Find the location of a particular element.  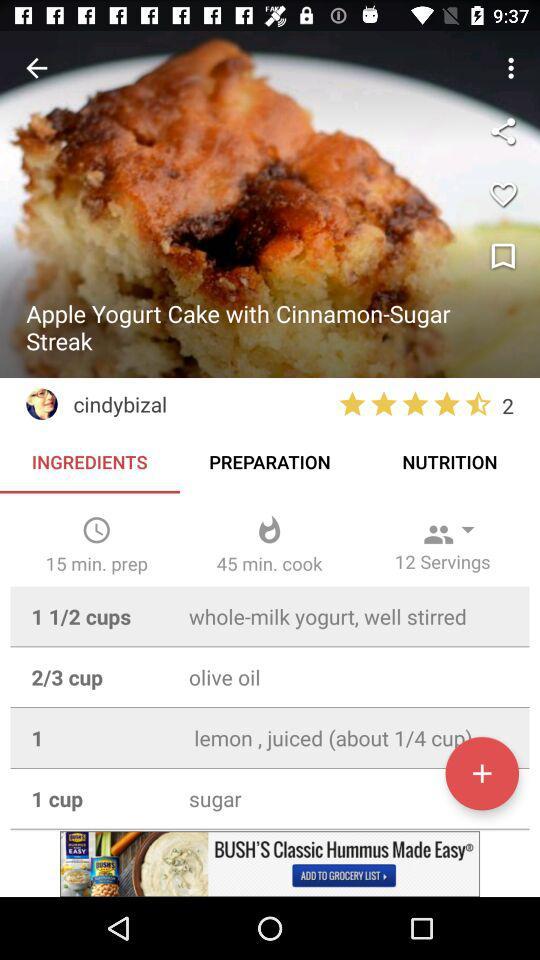

share recipe is located at coordinates (502, 130).